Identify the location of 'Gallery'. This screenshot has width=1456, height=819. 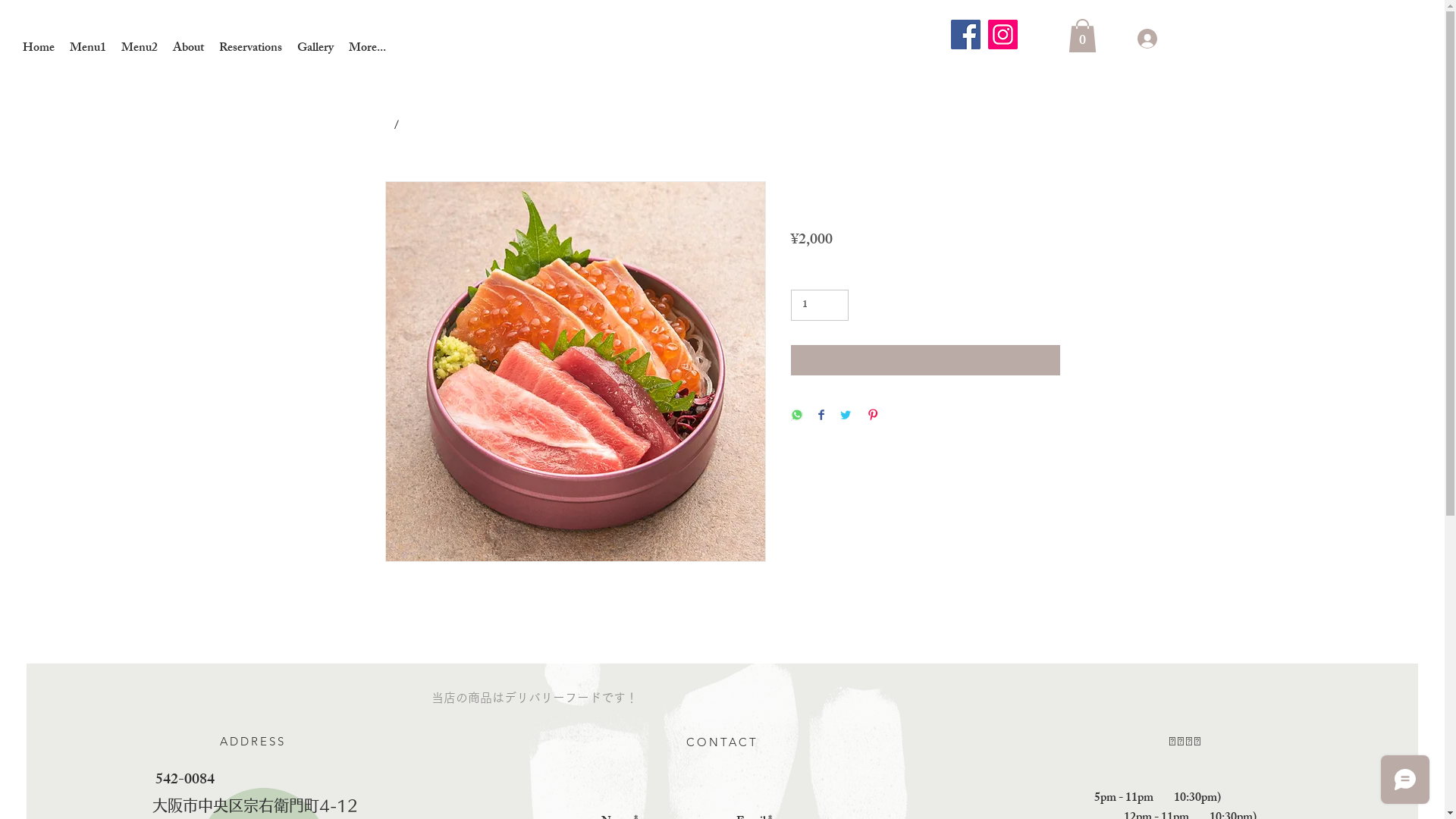
(315, 48).